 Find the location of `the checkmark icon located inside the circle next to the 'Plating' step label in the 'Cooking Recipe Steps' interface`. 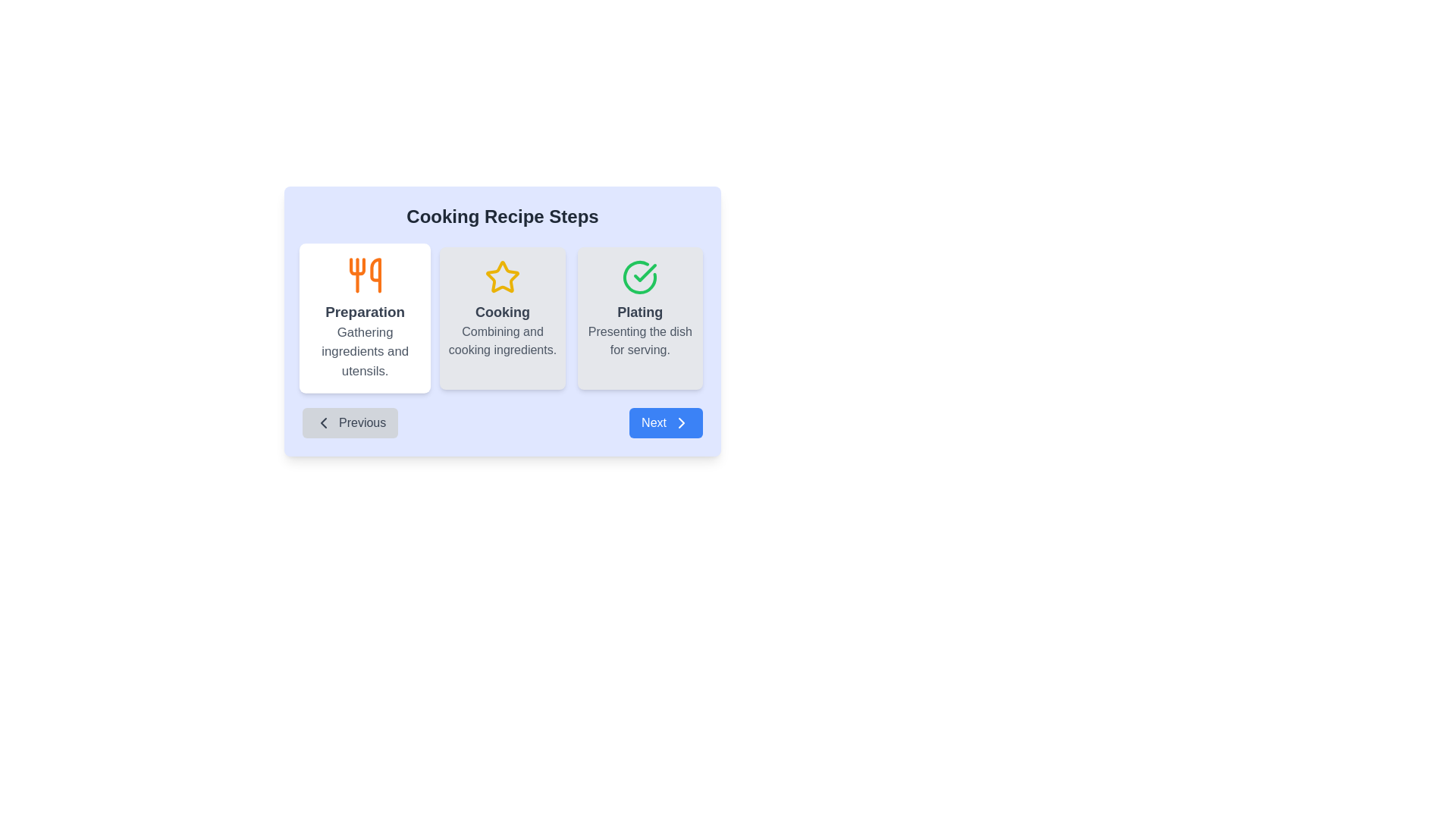

the checkmark icon located inside the circle next to the 'Plating' step label in the 'Cooking Recipe Steps' interface is located at coordinates (645, 271).